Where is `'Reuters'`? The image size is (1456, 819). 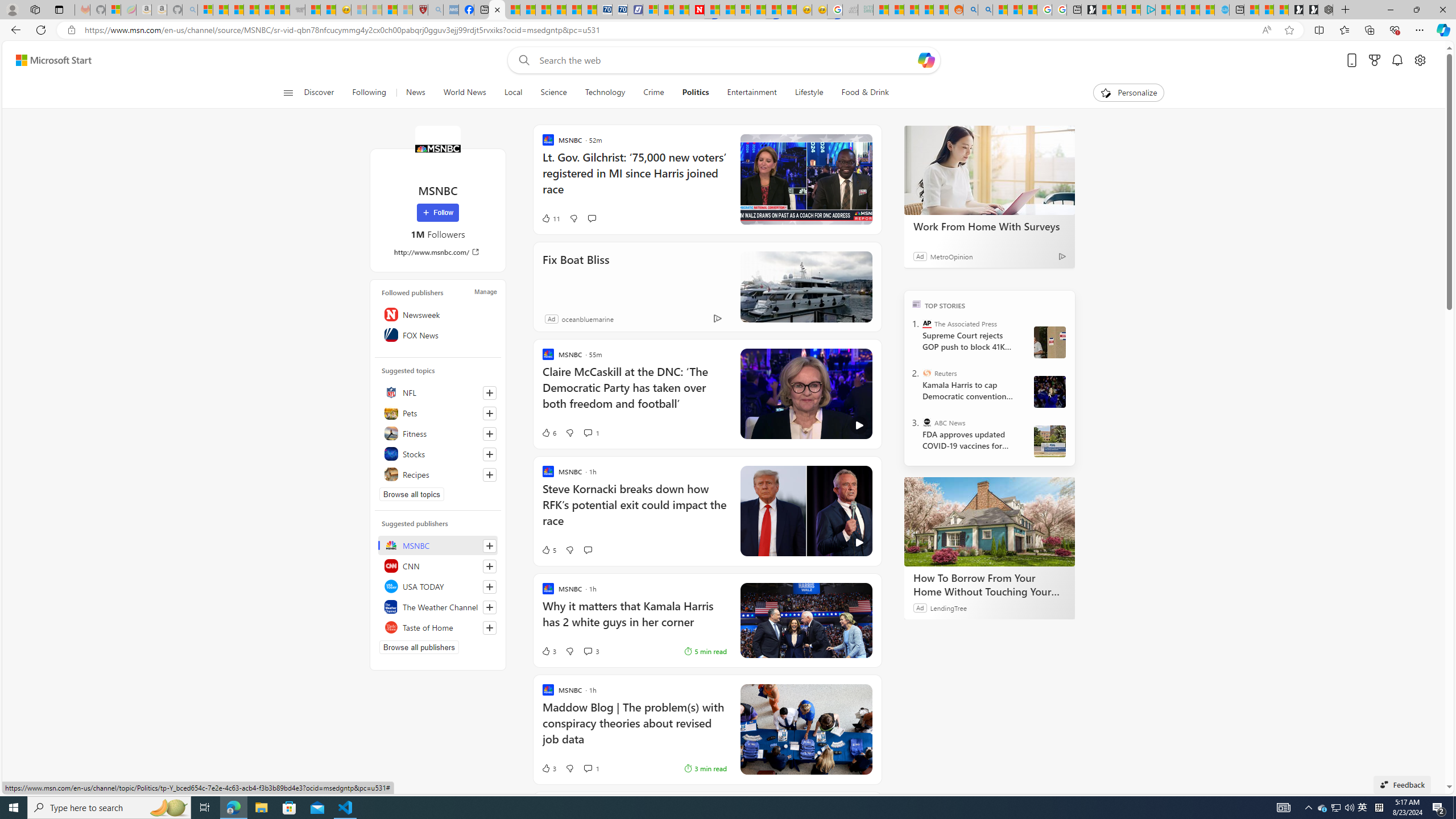 'Reuters' is located at coordinates (927, 372).